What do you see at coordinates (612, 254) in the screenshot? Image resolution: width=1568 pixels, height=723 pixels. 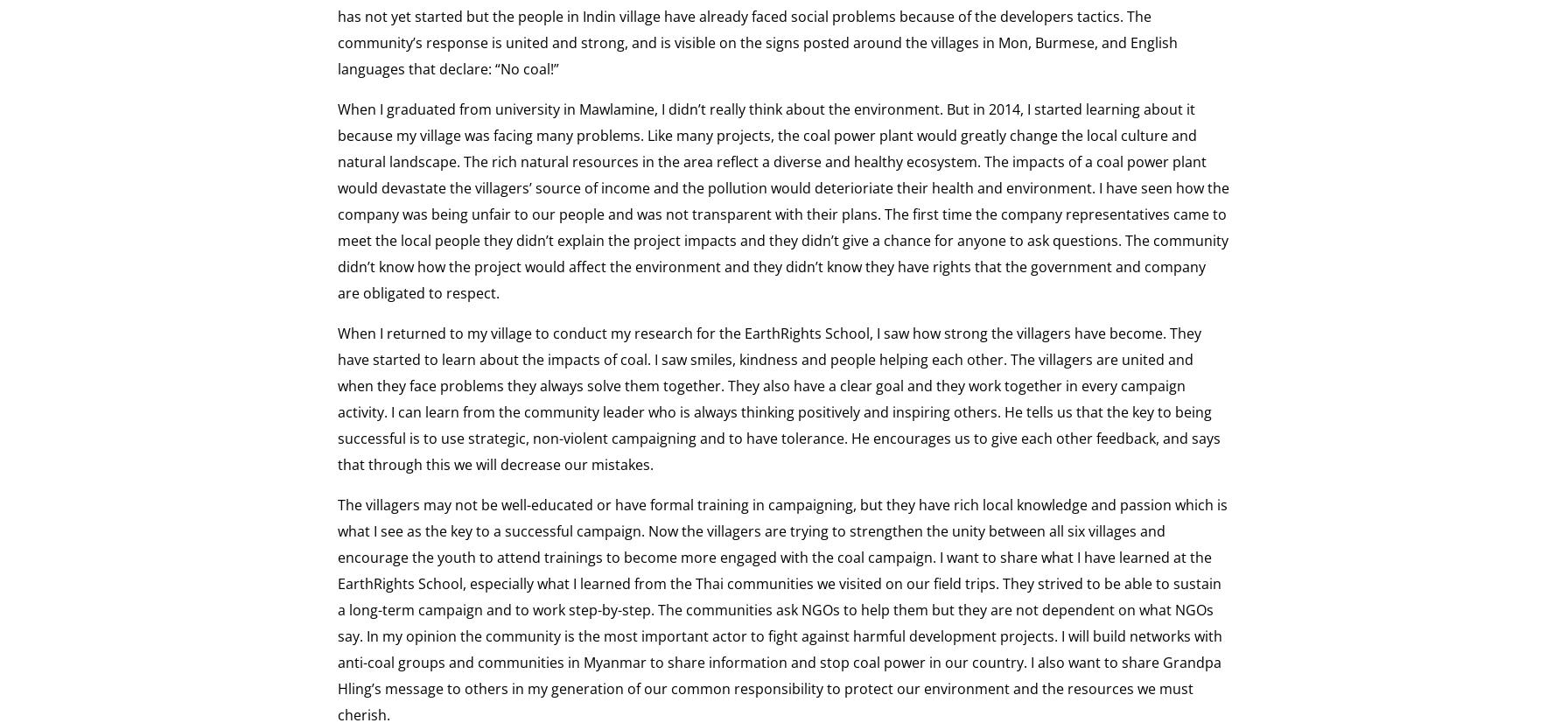 I see `'Litigation and Legal Advocacy'` at bounding box center [612, 254].